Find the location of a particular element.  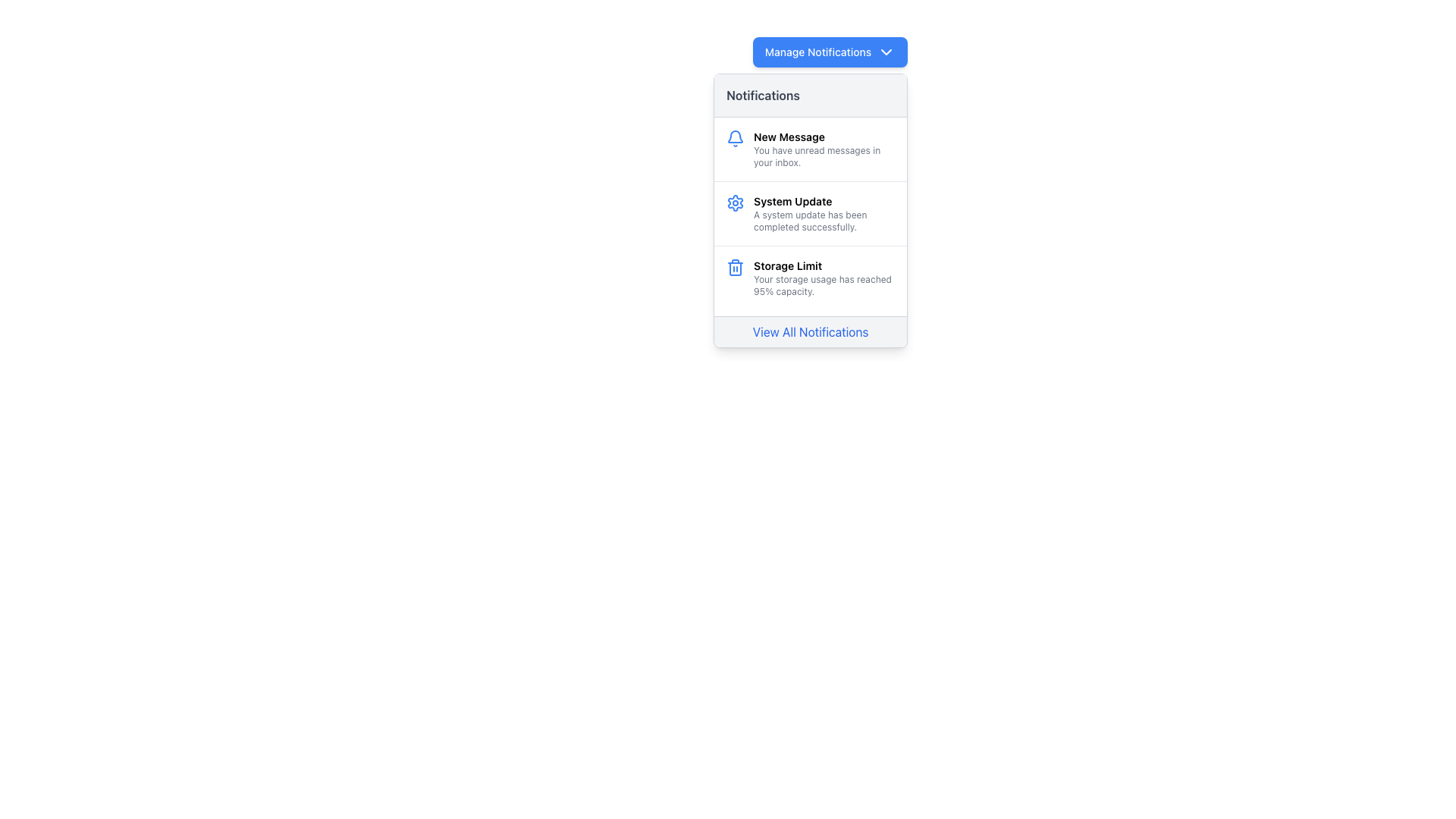

the label that confirms the completion of the system update, positioned under the 'System Update' text in the notification card is located at coordinates (824, 221).